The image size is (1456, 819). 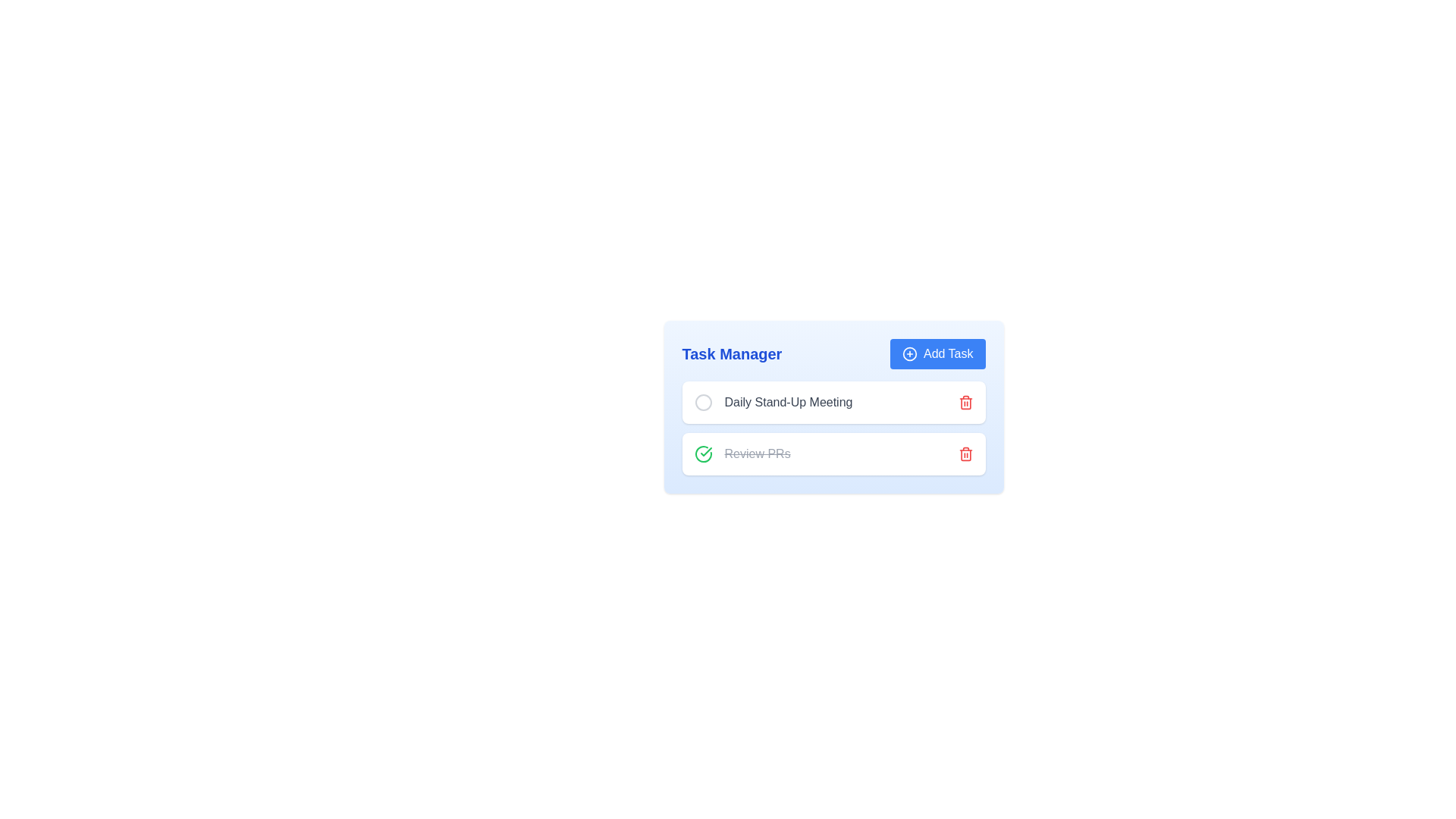 What do you see at coordinates (965, 453) in the screenshot?
I see `the delete button (trash can icon) for the task labeled 'Review PRs' to observe the hover effect` at bounding box center [965, 453].